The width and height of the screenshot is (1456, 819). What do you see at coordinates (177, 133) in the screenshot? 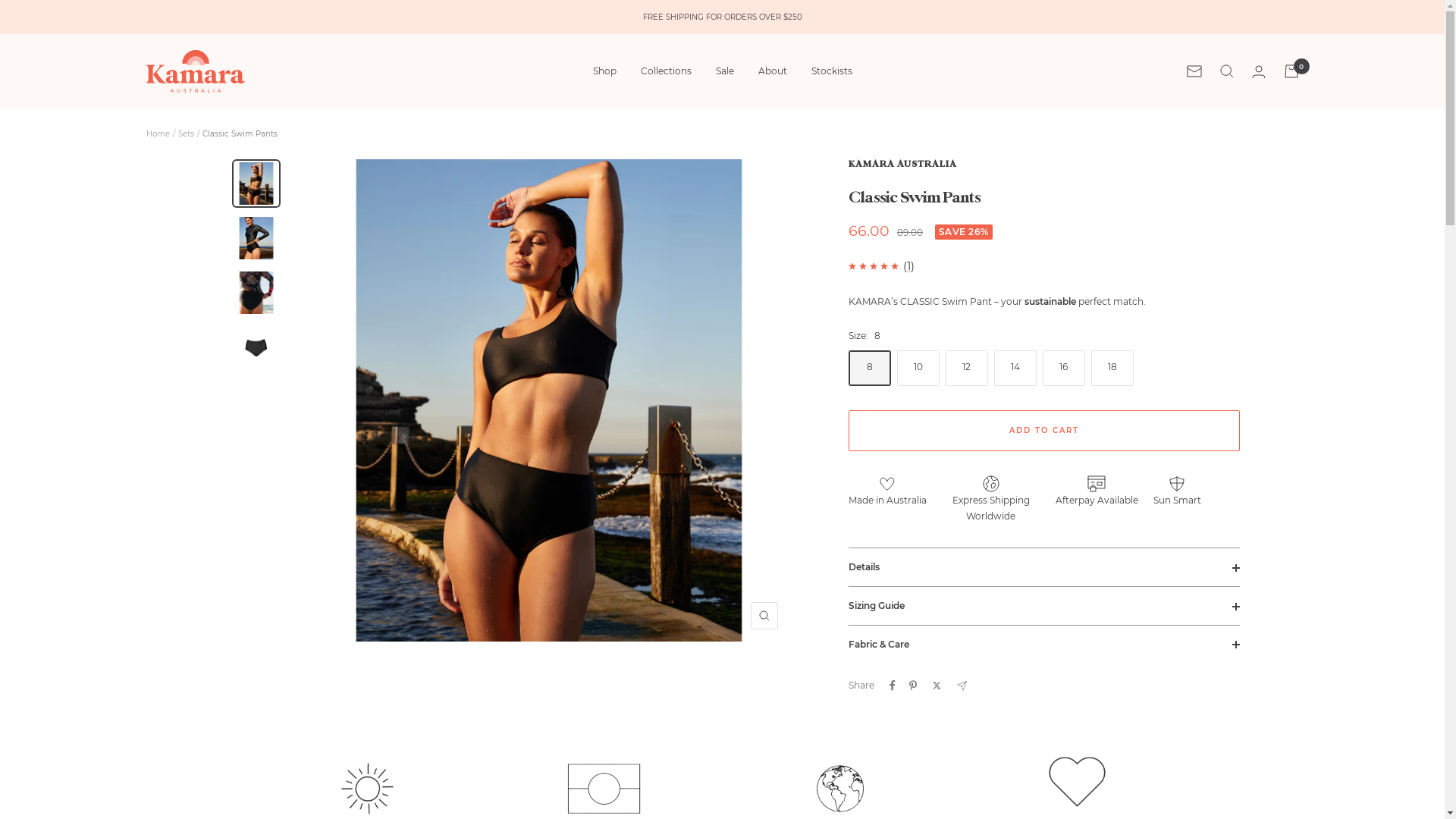
I see `'Sets'` at bounding box center [177, 133].